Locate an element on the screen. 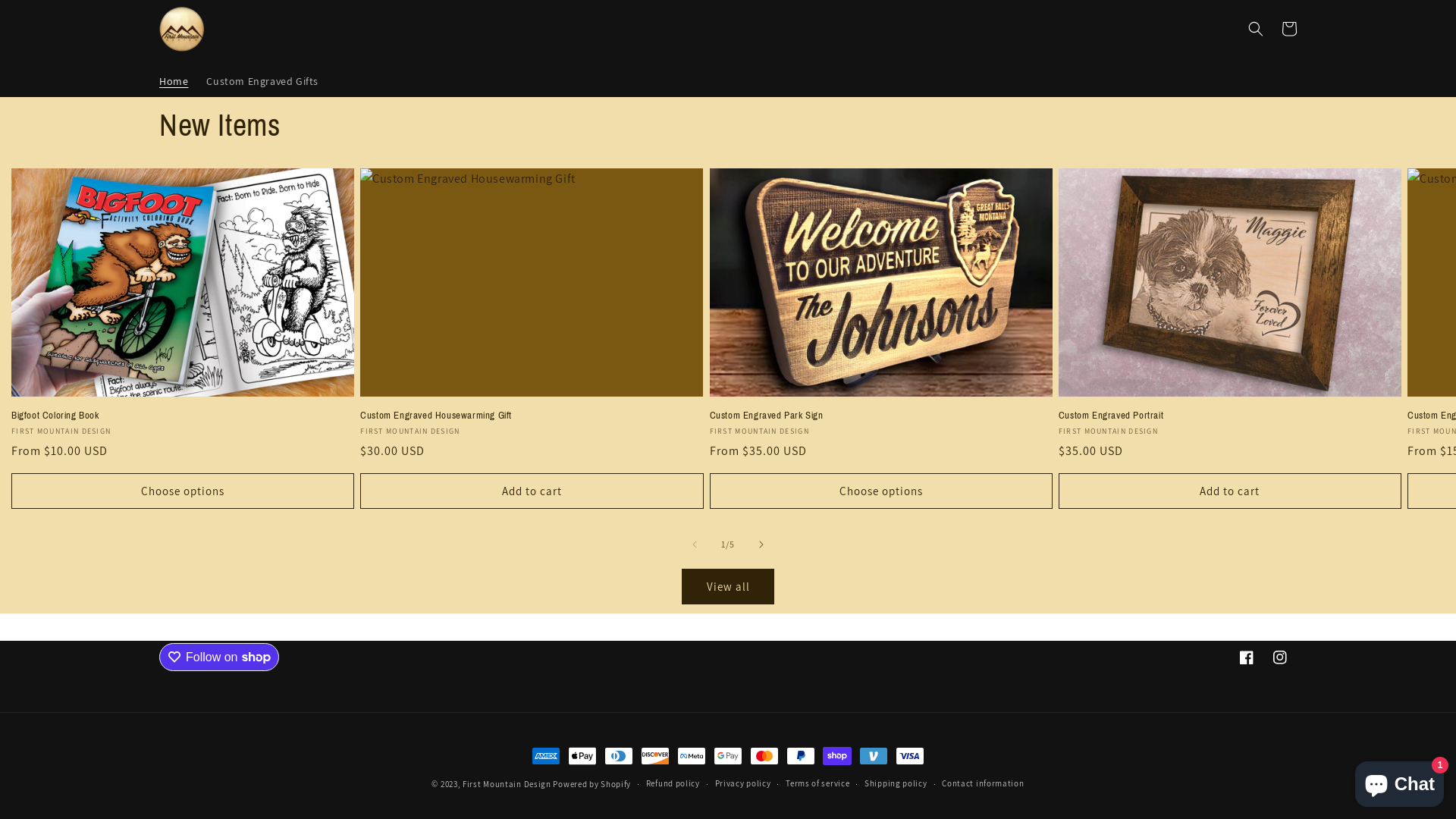 Image resolution: width=1456 pixels, height=819 pixels. 'Shipping policy' is located at coordinates (896, 783).